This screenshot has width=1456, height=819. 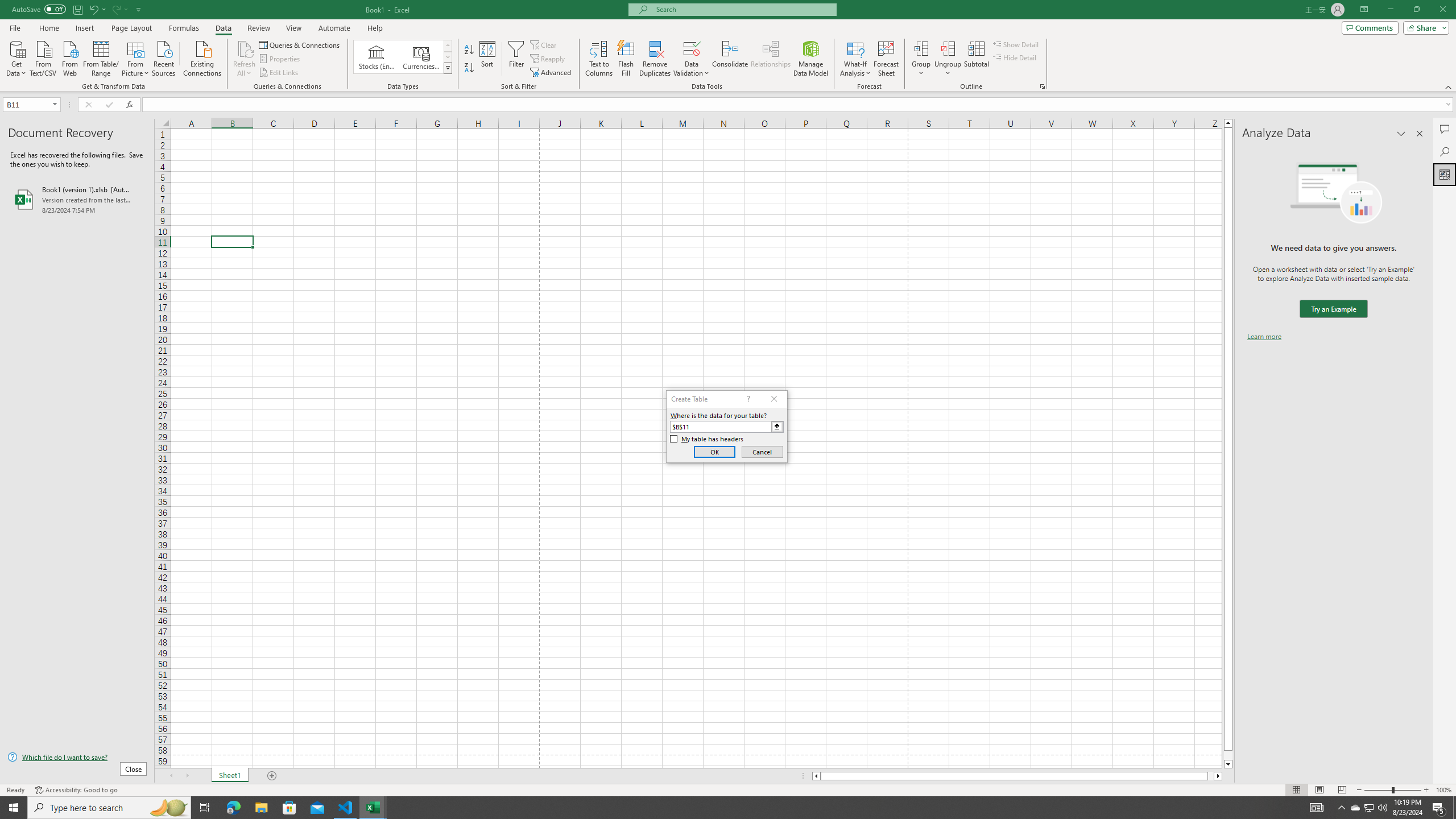 What do you see at coordinates (334, 28) in the screenshot?
I see `'Automate'` at bounding box center [334, 28].